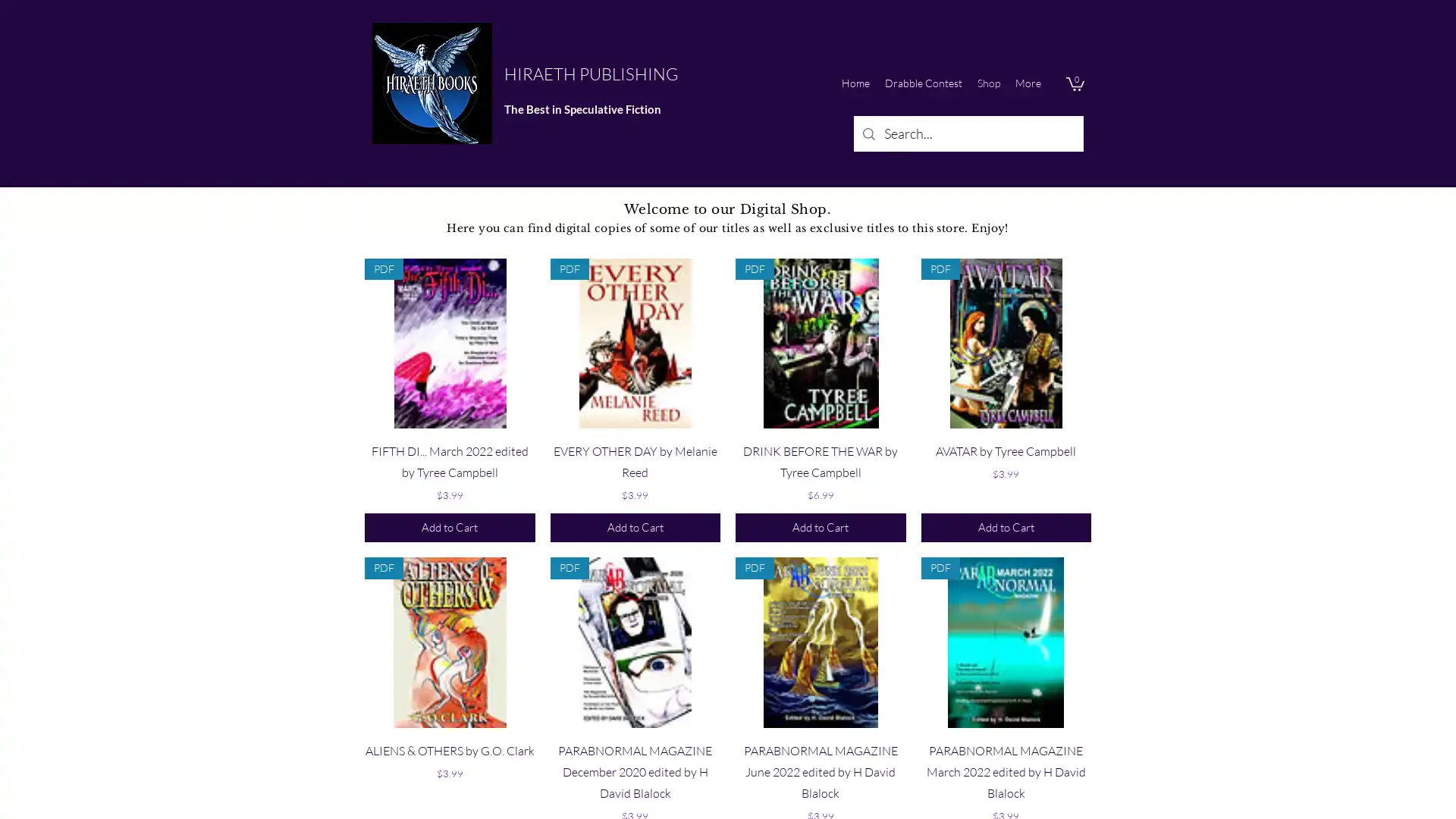  Describe the element at coordinates (819, 447) in the screenshot. I see `Quick View` at that location.